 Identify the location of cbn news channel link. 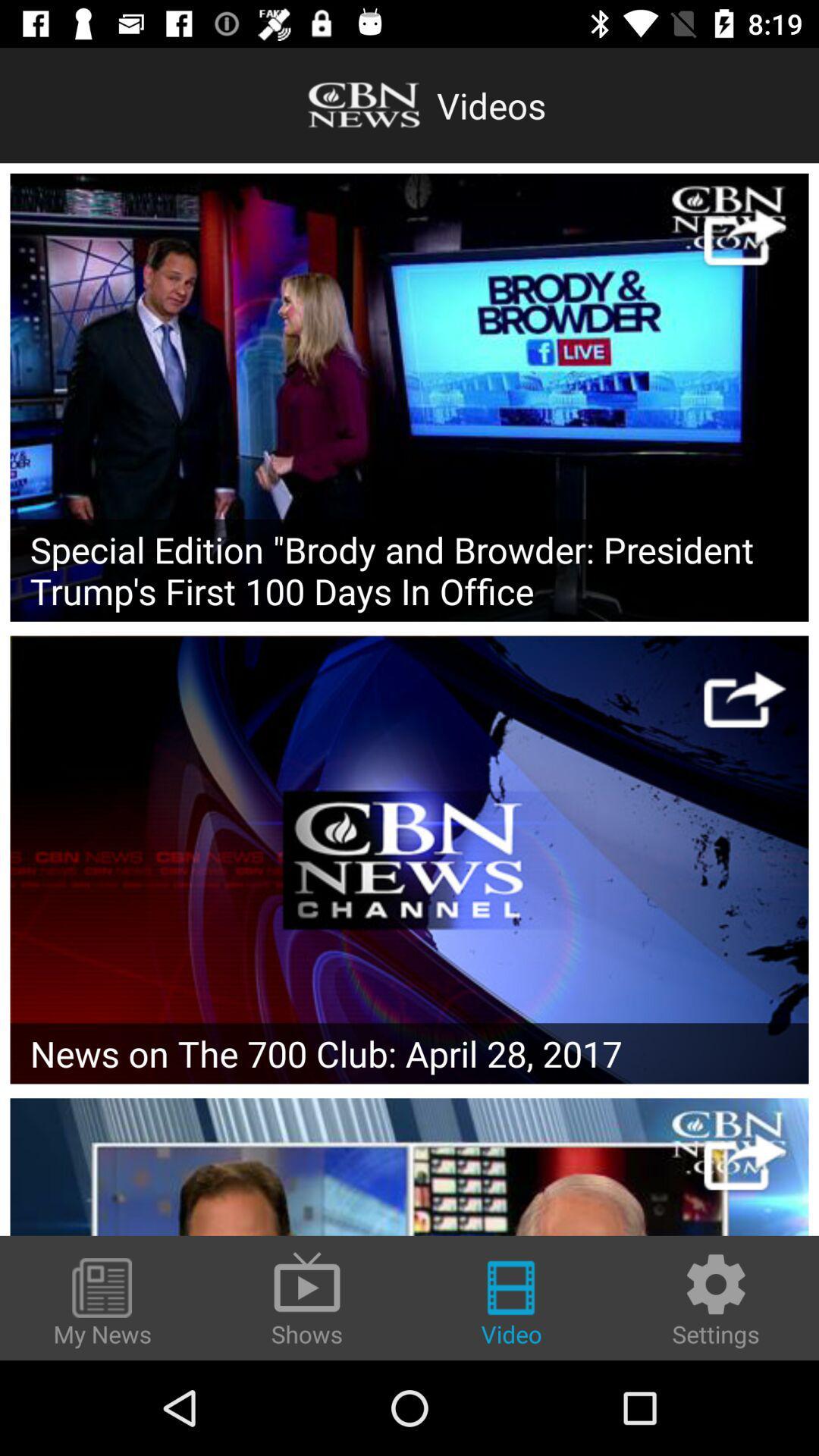
(409, 859).